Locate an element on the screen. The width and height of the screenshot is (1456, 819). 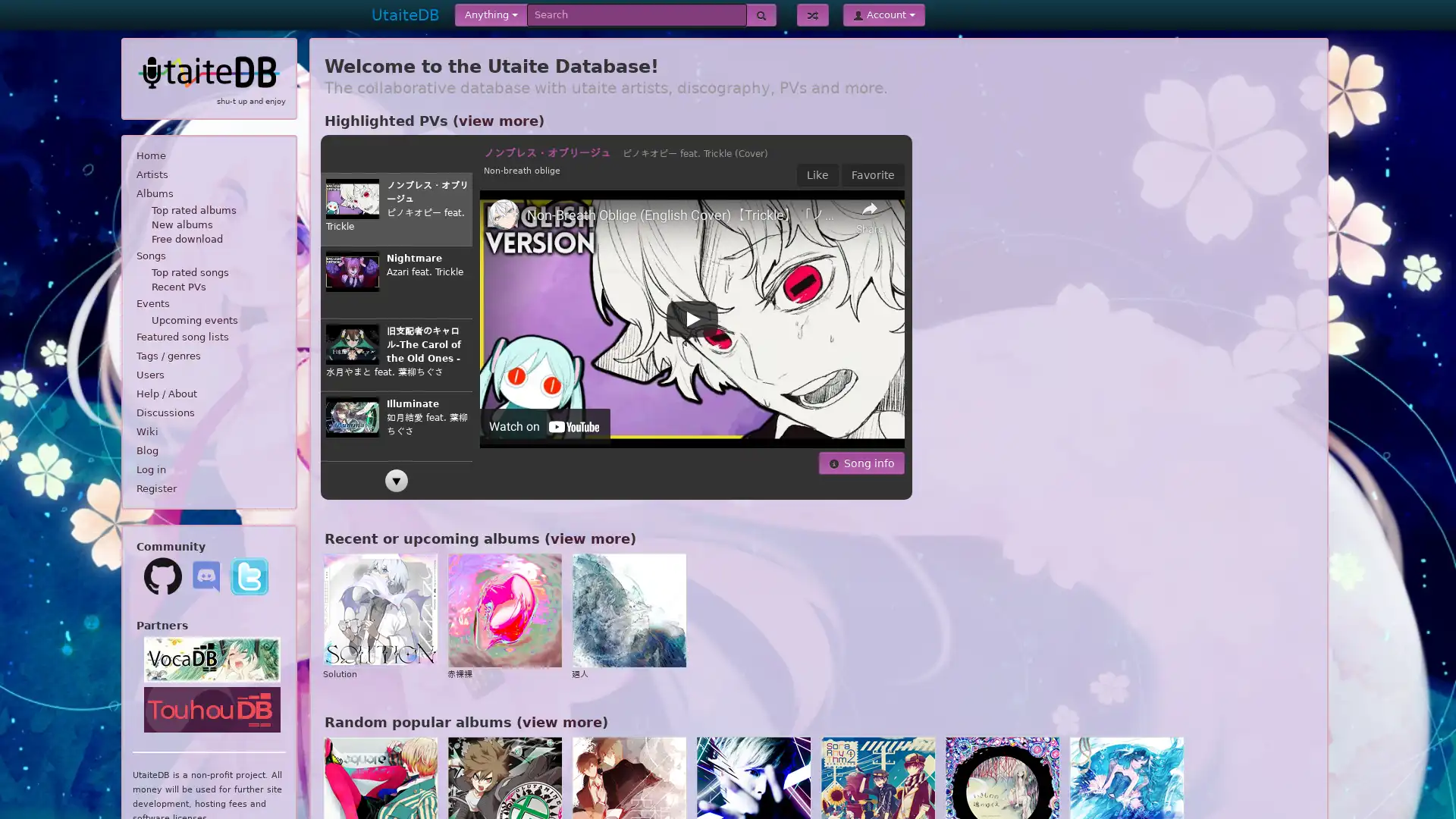
Blog is located at coordinates (208, 450).